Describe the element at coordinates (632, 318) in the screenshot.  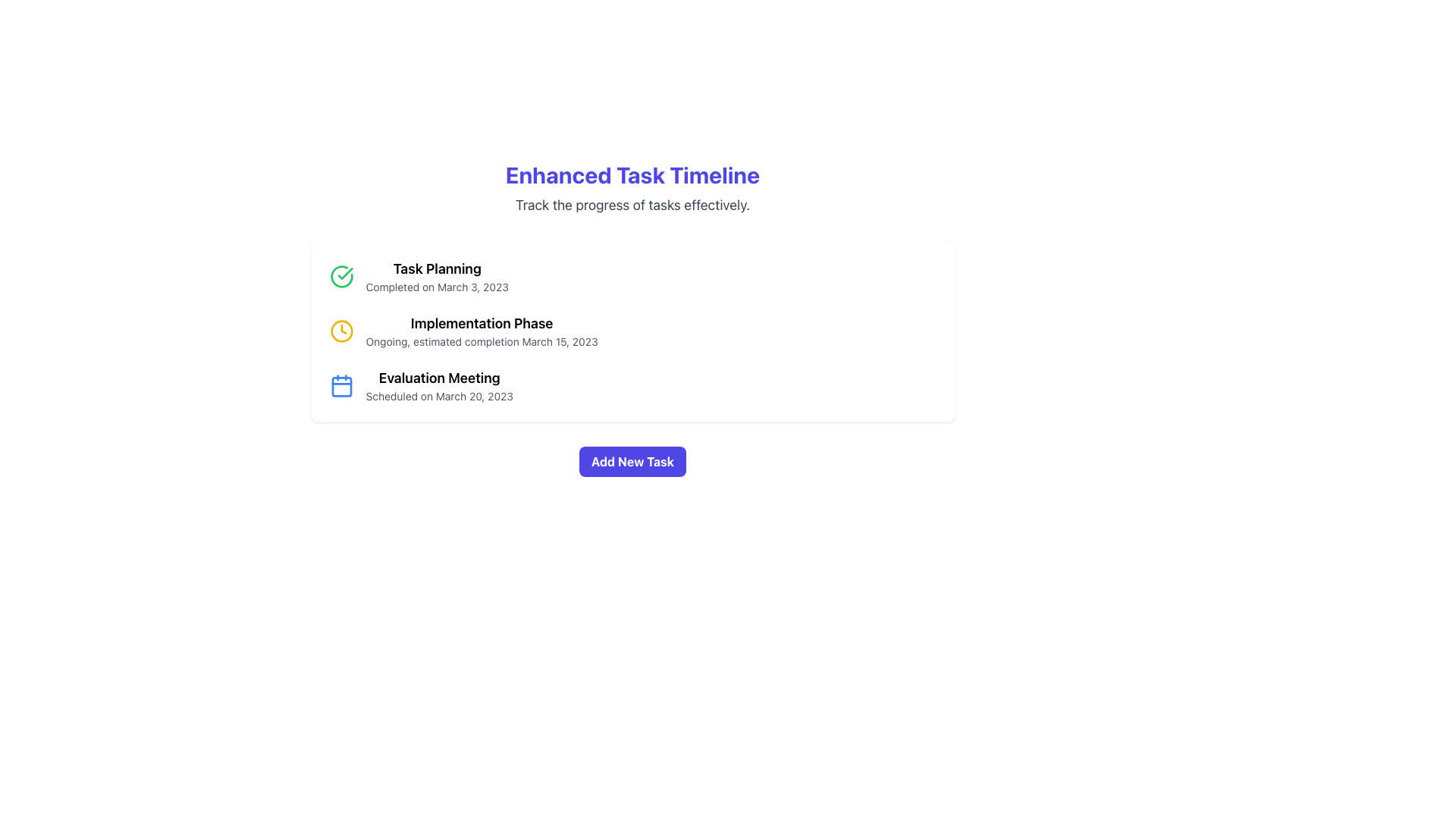
I see `individual task items in the Enhanced Task Timeline component located below the 'Add New Task' button` at that location.